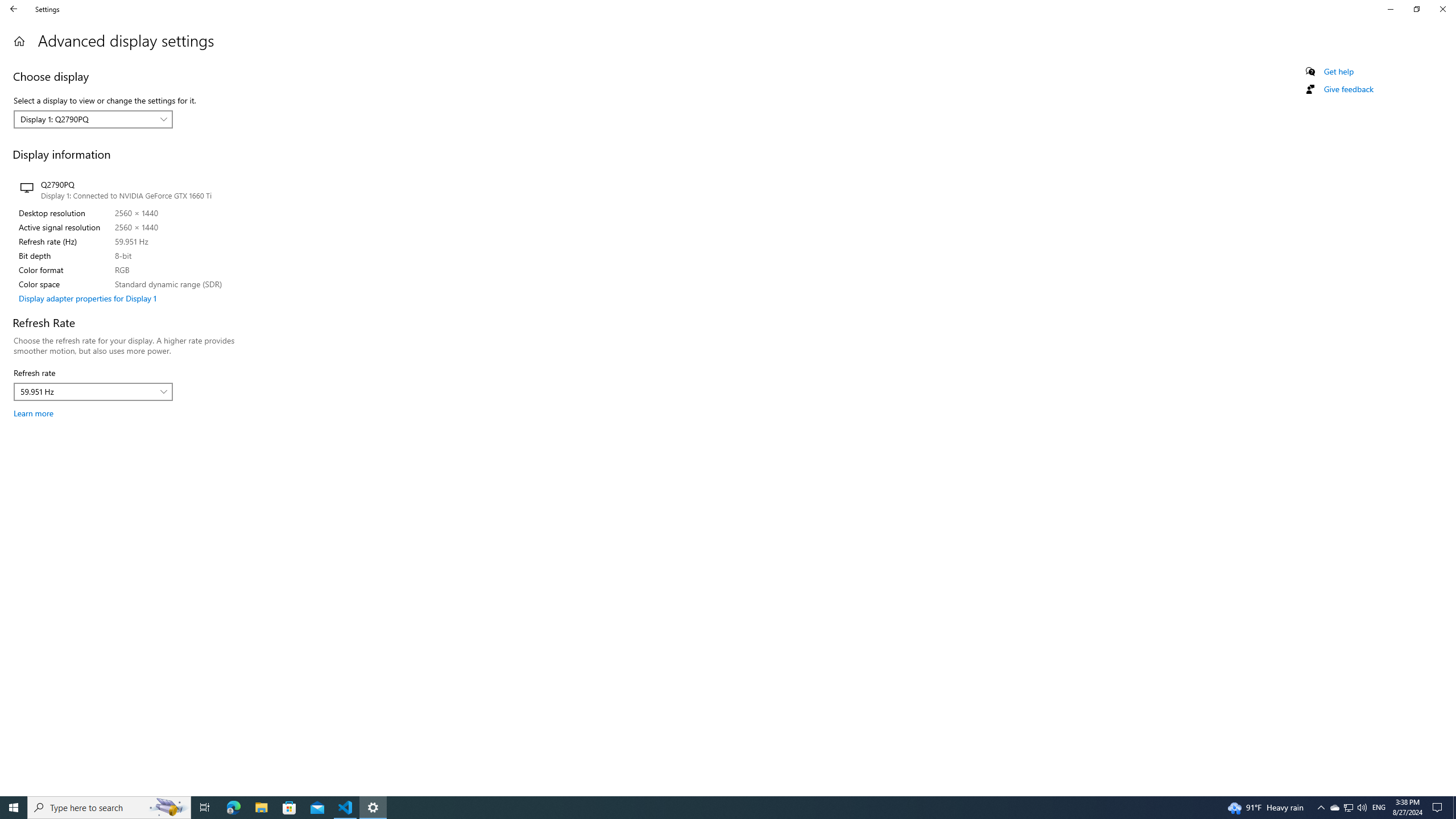 Image resolution: width=1456 pixels, height=819 pixels. What do you see at coordinates (93, 119) in the screenshot?
I see `'Select a display to view or change the settings for it.'` at bounding box center [93, 119].